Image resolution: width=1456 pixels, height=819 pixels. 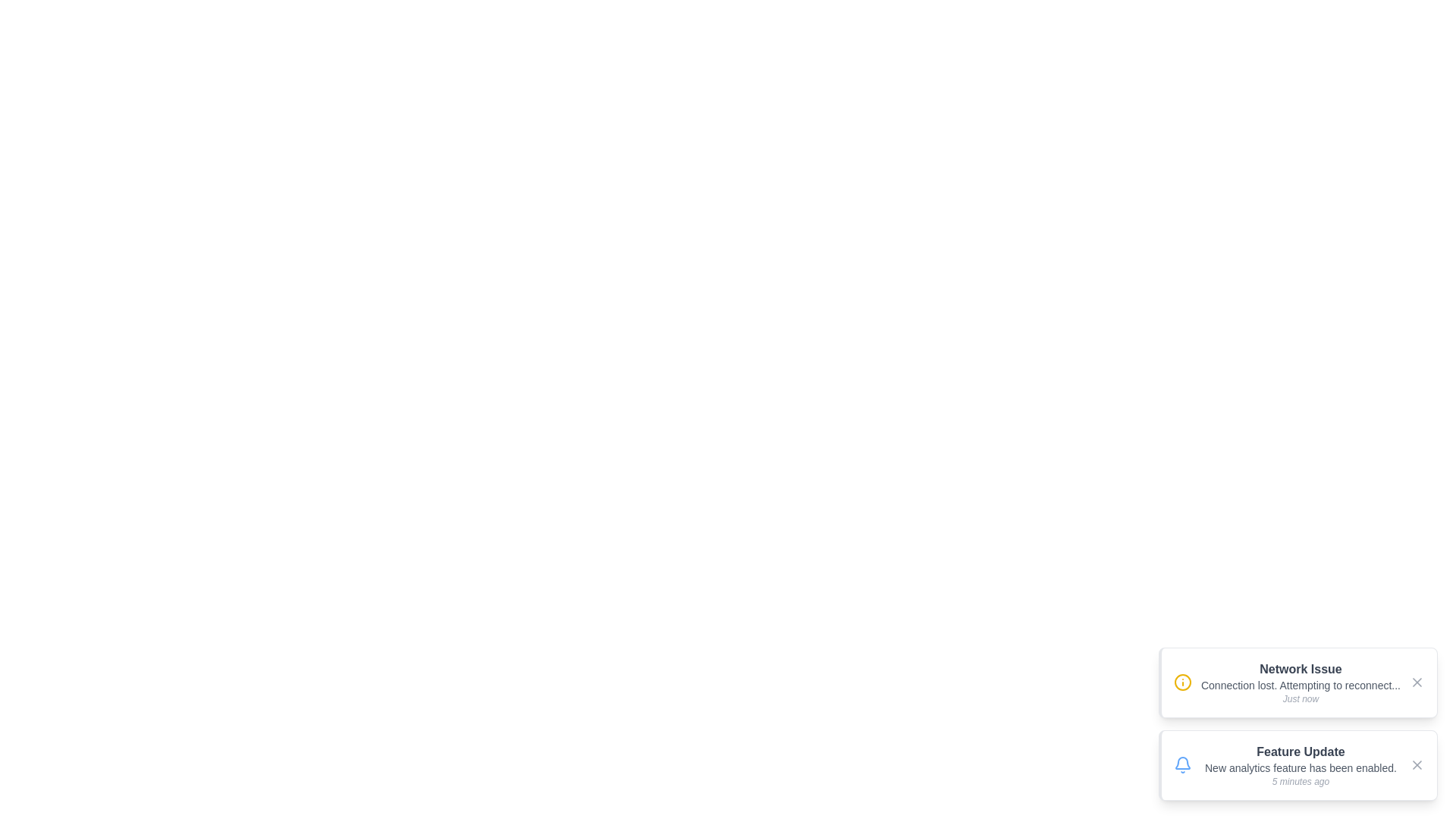 What do you see at coordinates (1298, 682) in the screenshot?
I see `the notification to view its details. The parameter 1 specifies which notification to interact with` at bounding box center [1298, 682].